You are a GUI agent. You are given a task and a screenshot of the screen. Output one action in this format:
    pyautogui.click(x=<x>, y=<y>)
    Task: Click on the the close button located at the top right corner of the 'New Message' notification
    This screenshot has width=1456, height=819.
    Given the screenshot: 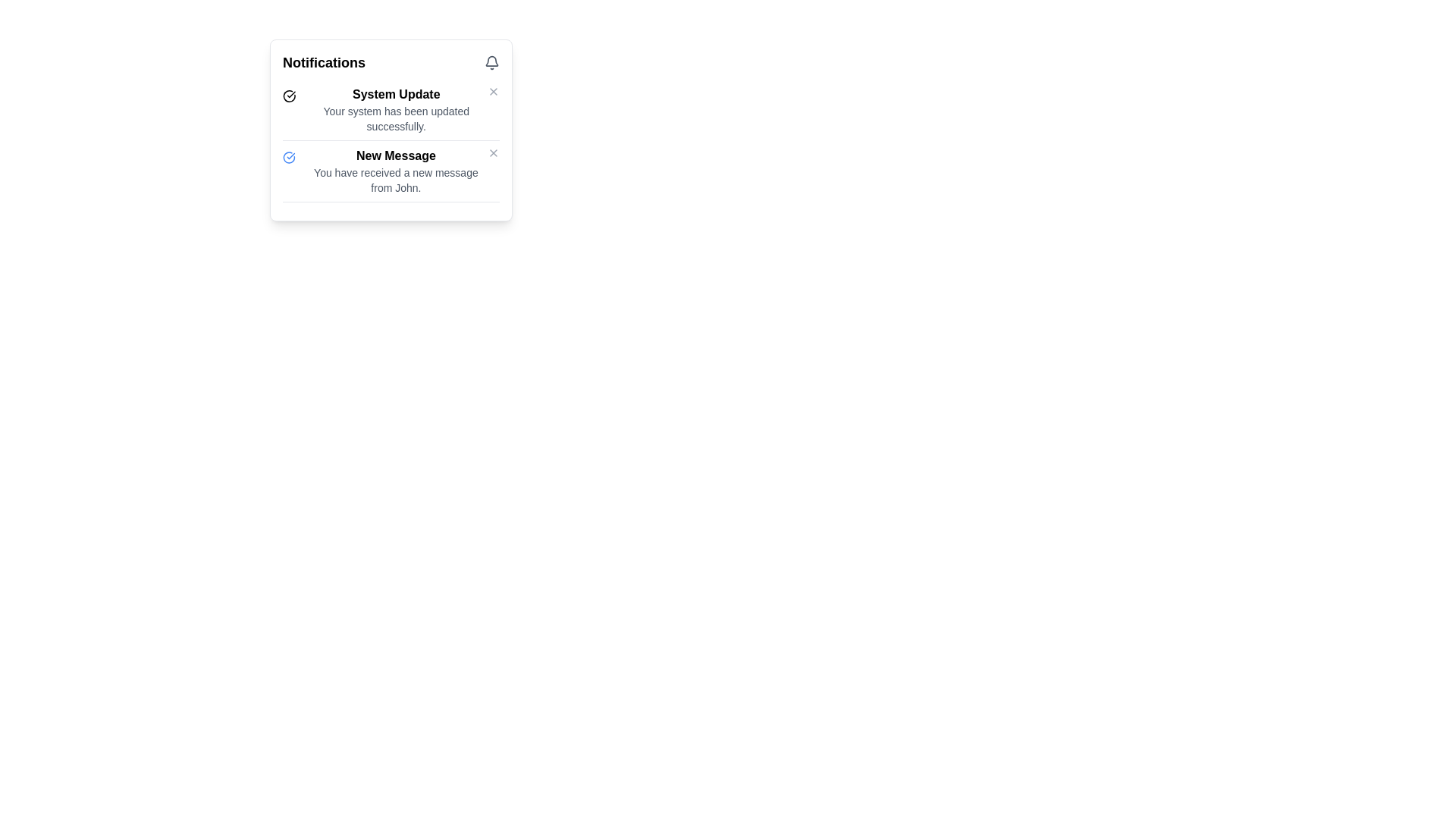 What is the action you would take?
    pyautogui.click(x=494, y=152)
    